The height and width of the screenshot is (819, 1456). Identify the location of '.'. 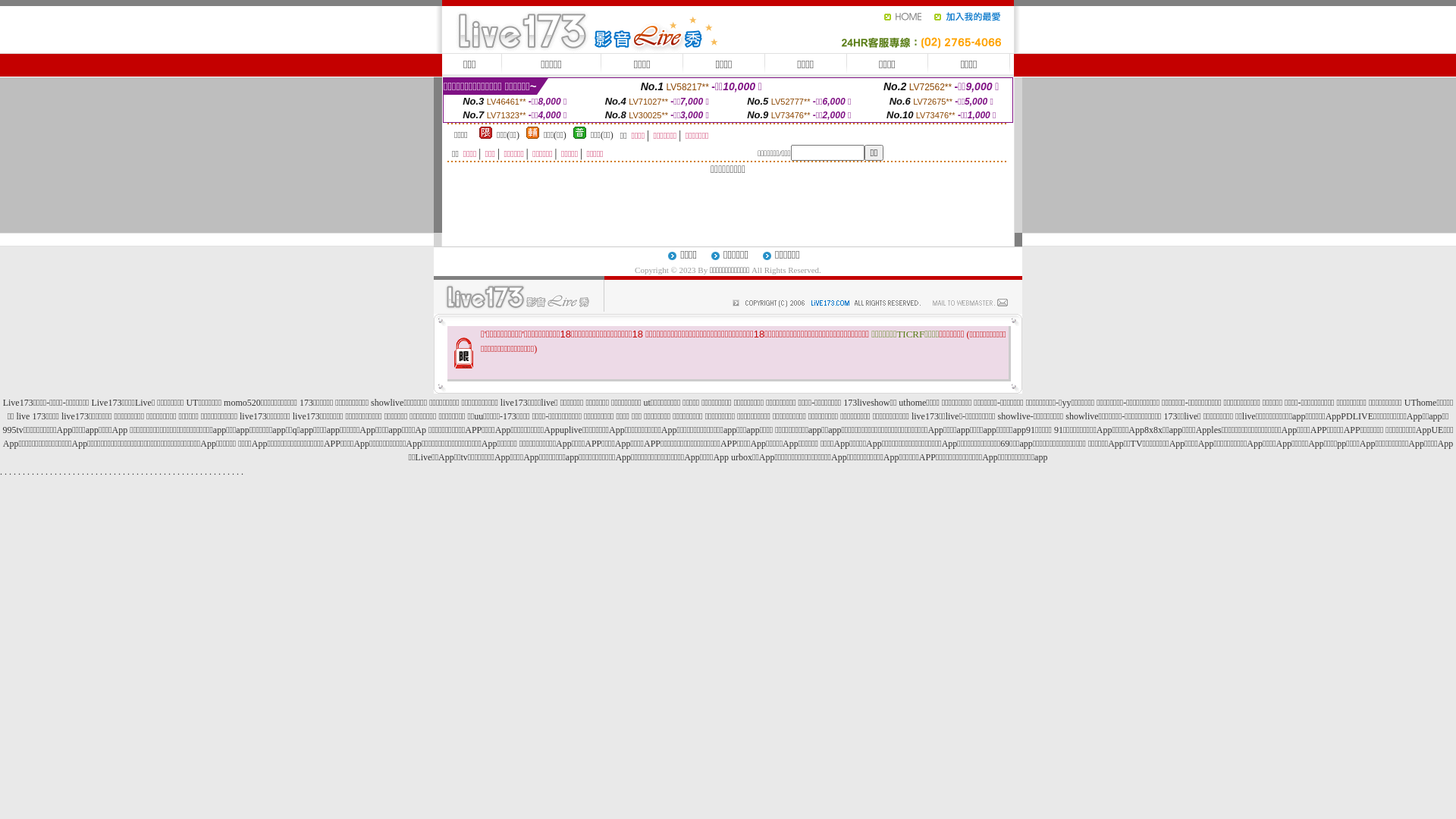
(58, 470).